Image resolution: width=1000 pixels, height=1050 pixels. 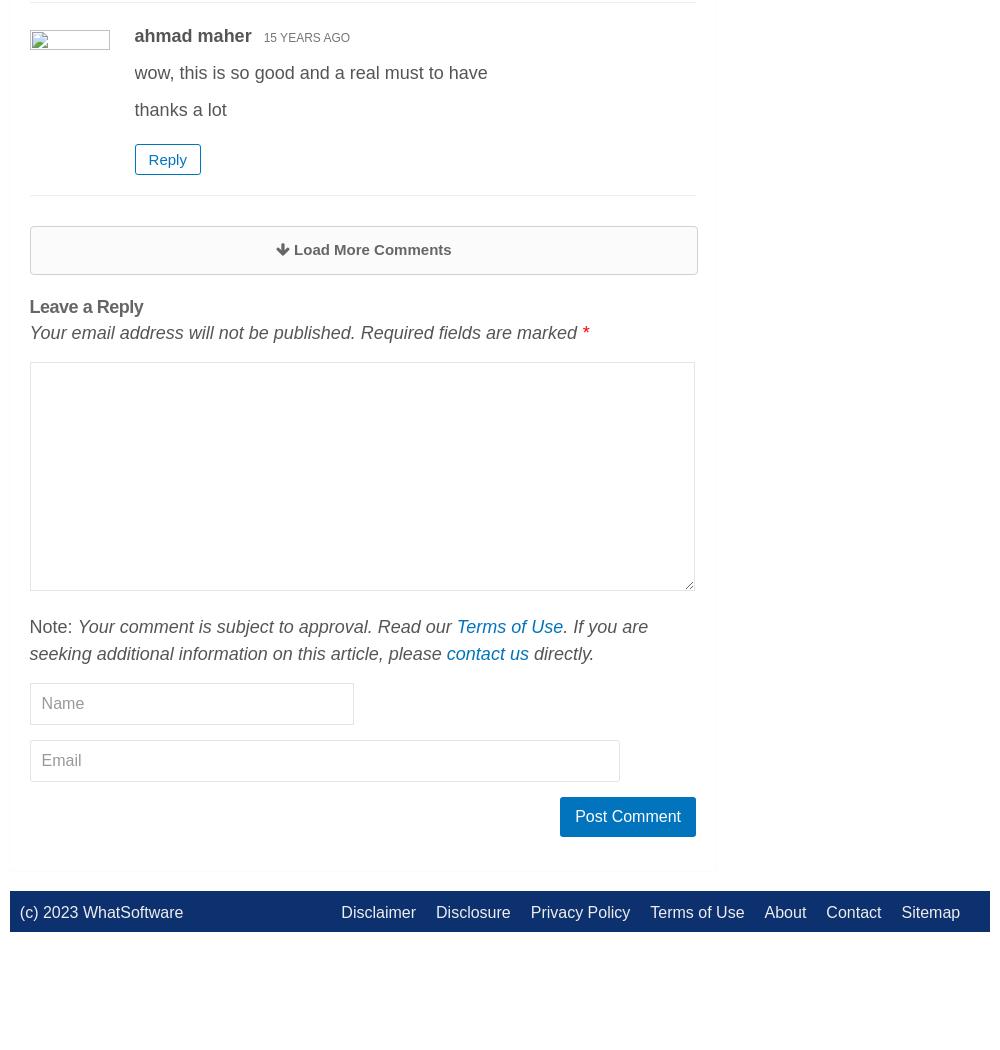 What do you see at coordinates (469, 332) in the screenshot?
I see `'Required fields are marked'` at bounding box center [469, 332].